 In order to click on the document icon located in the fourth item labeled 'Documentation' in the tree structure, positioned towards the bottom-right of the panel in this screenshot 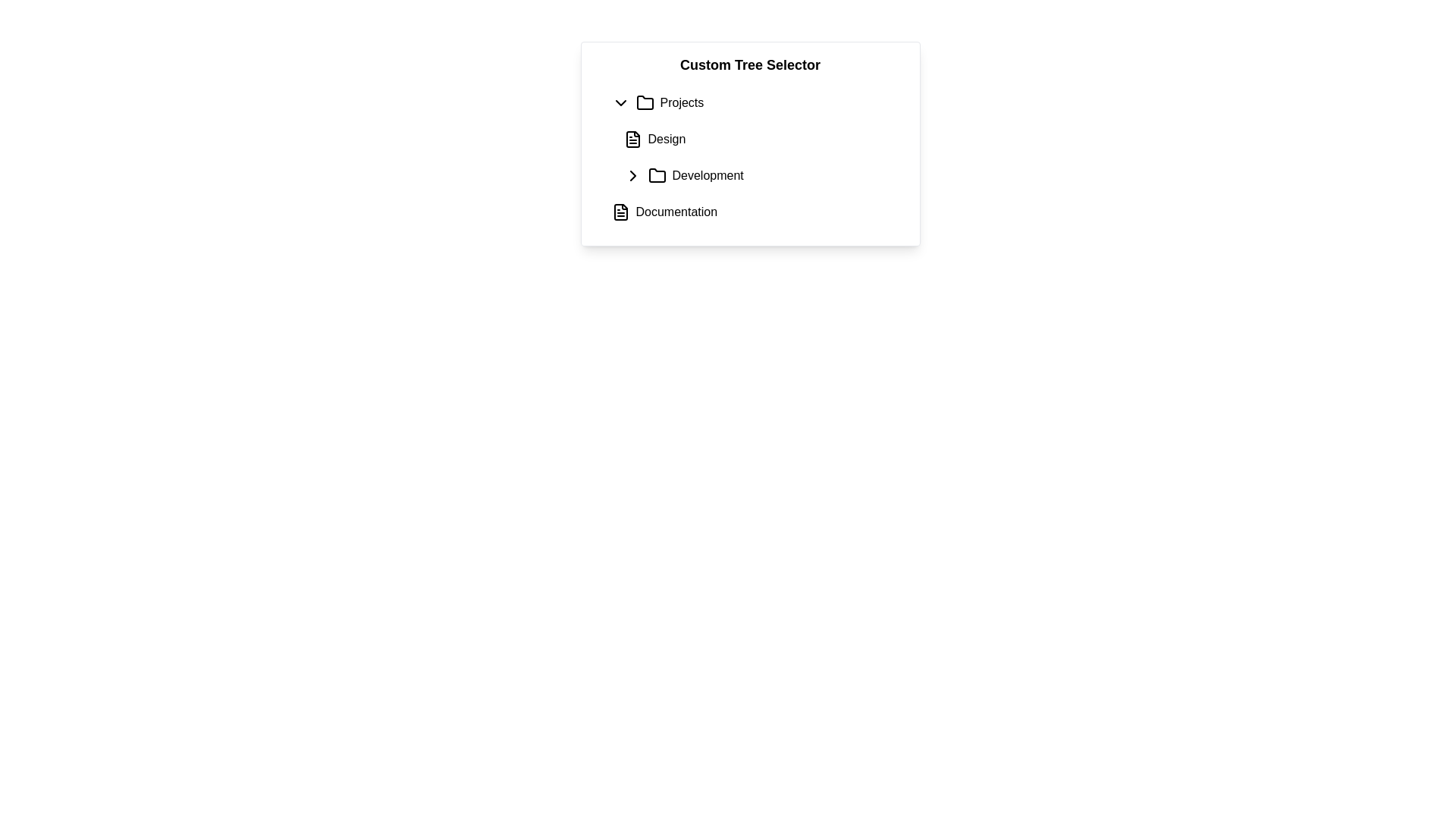, I will do `click(620, 212)`.